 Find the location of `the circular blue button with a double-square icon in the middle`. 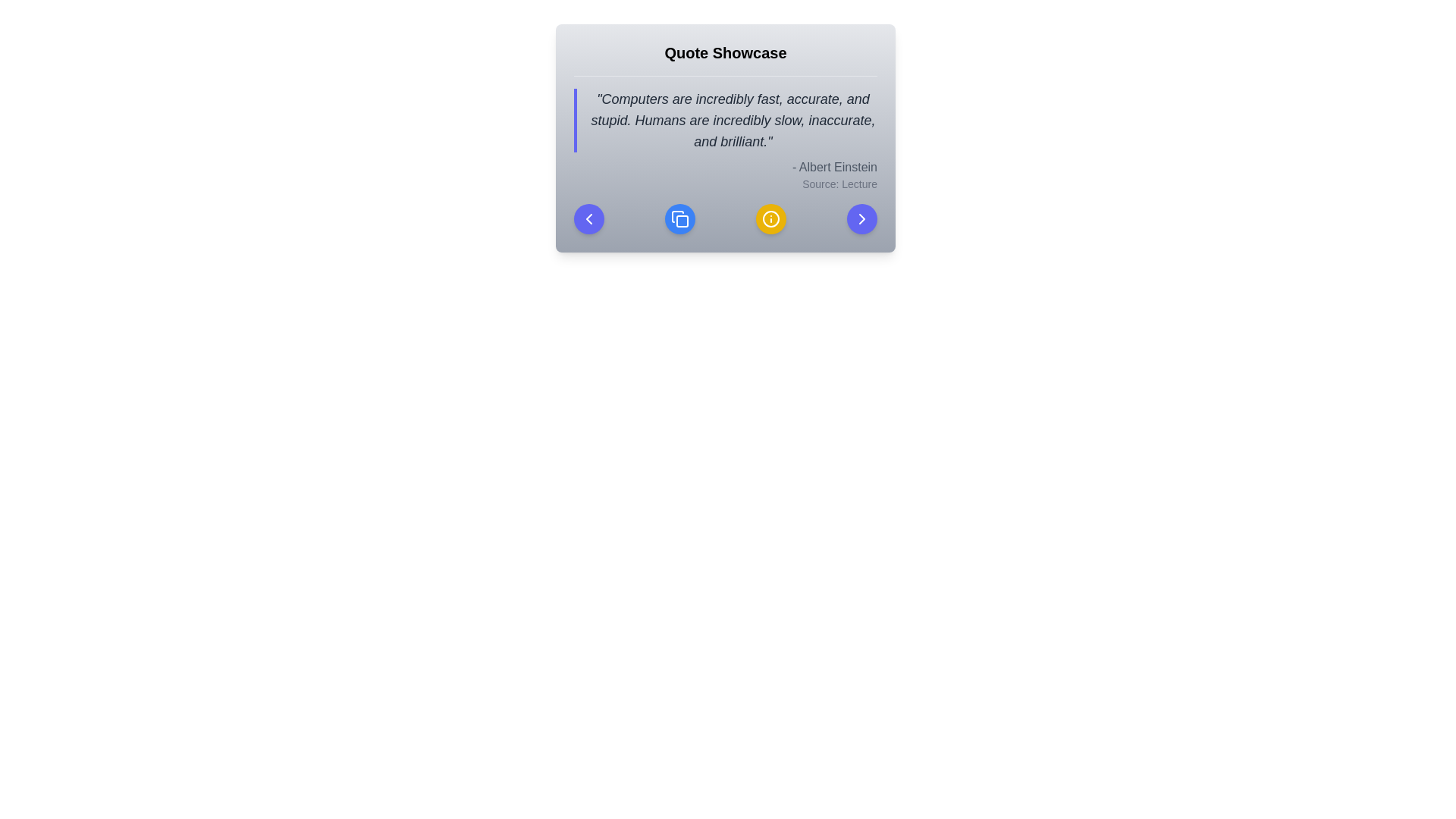

the circular blue button with a double-square icon in the middle is located at coordinates (679, 219).